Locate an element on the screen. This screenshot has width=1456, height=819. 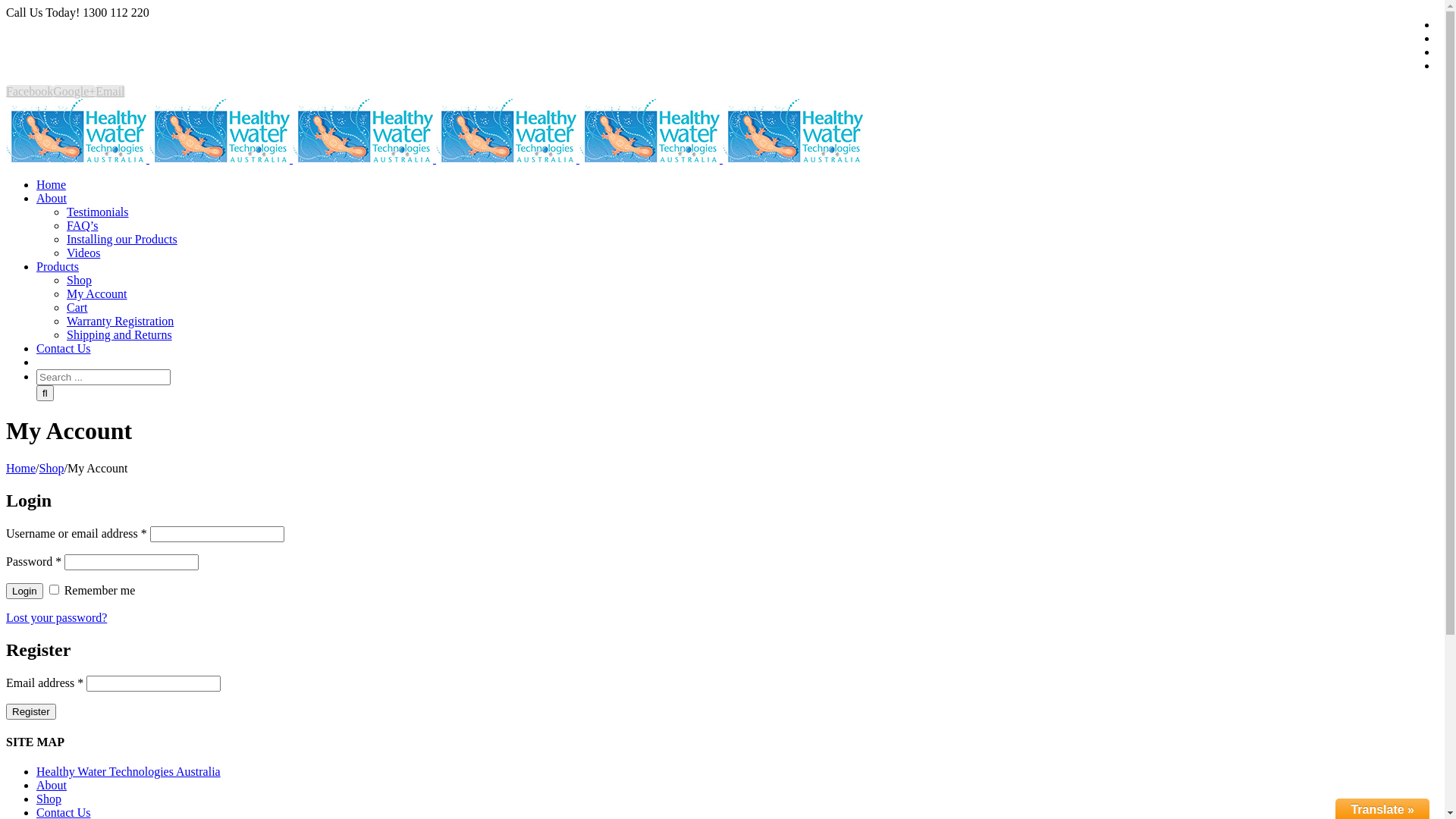
'Shipping and Returns' is located at coordinates (118, 334).